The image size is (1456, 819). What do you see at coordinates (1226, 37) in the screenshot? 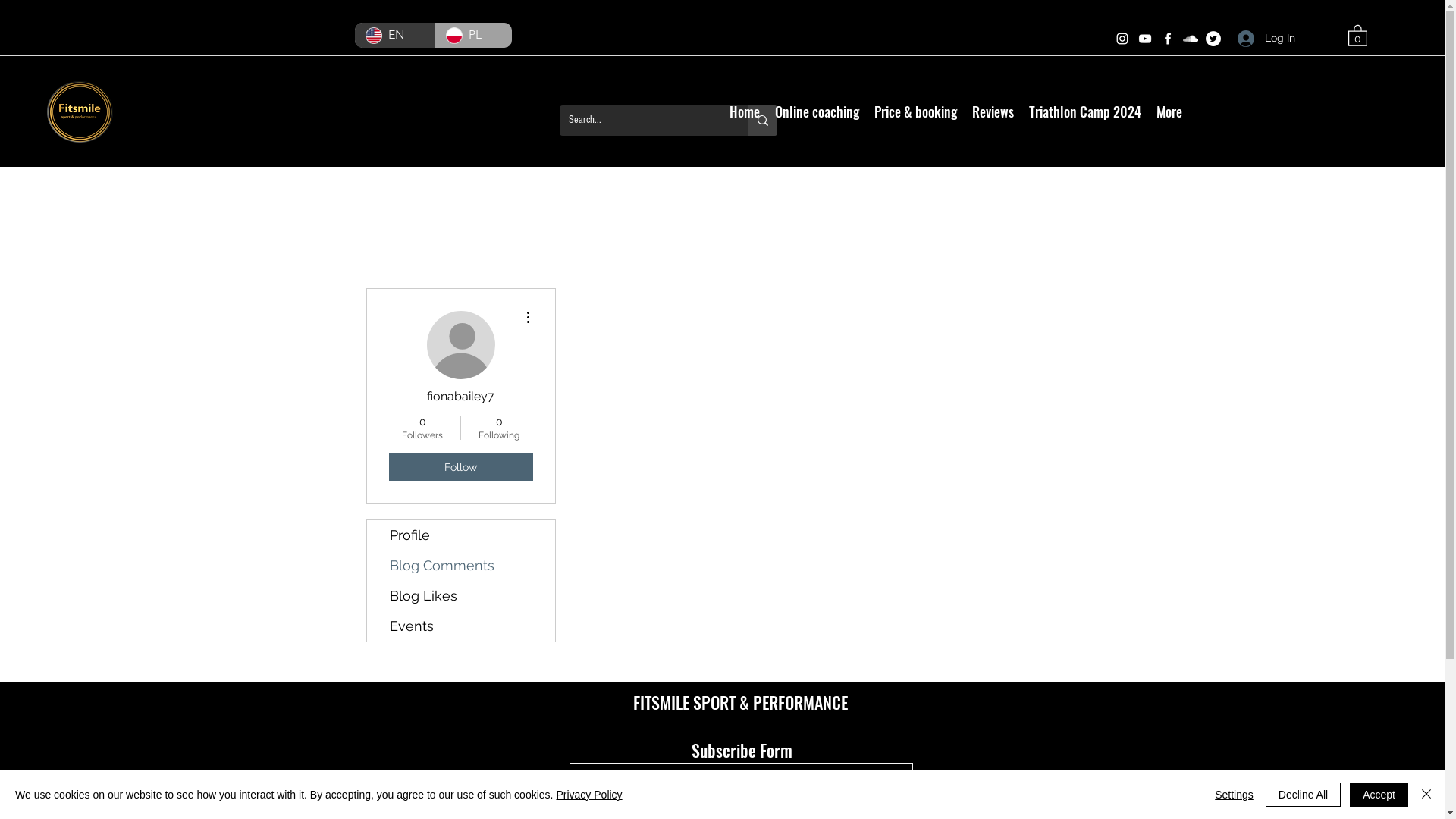
I see `'Log In'` at bounding box center [1226, 37].